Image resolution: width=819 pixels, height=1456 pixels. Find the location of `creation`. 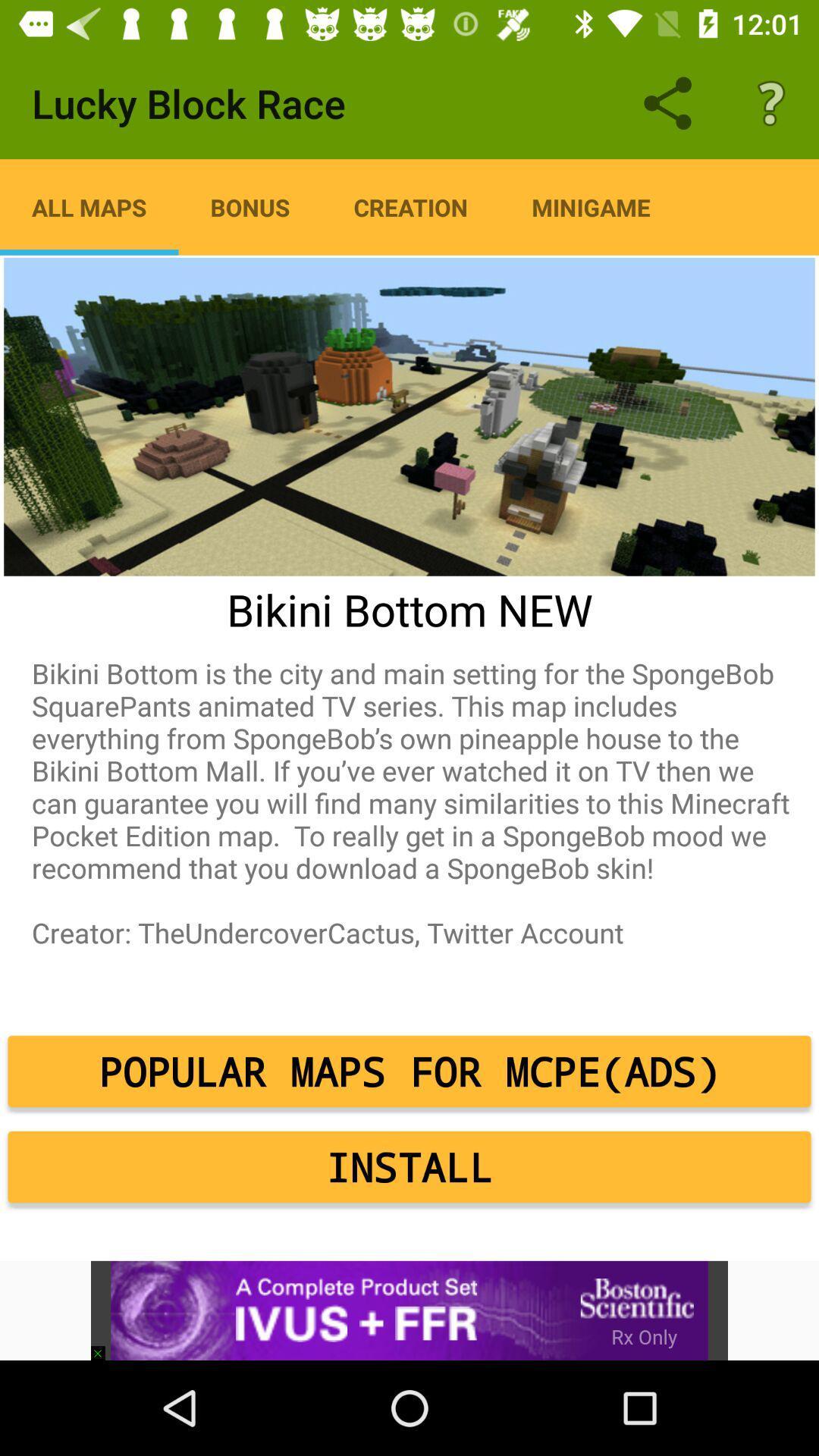

creation is located at coordinates (410, 206).